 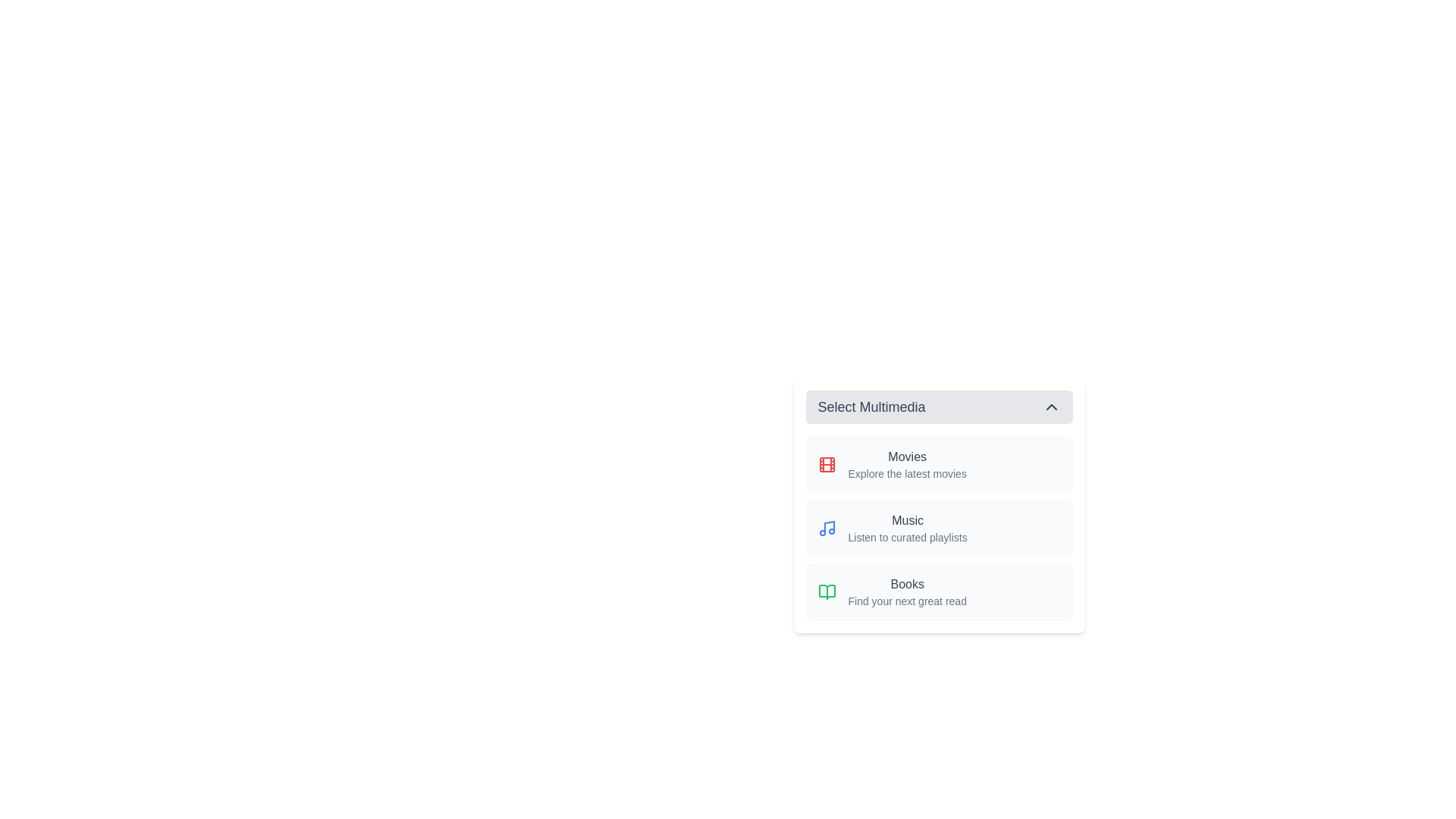 What do you see at coordinates (908, 519) in the screenshot?
I see `the 'Music' text label, which is styled in dark gray and positioned above the subtitle 'Listen to curated playlists' in the 'Select Multimedia' list` at bounding box center [908, 519].